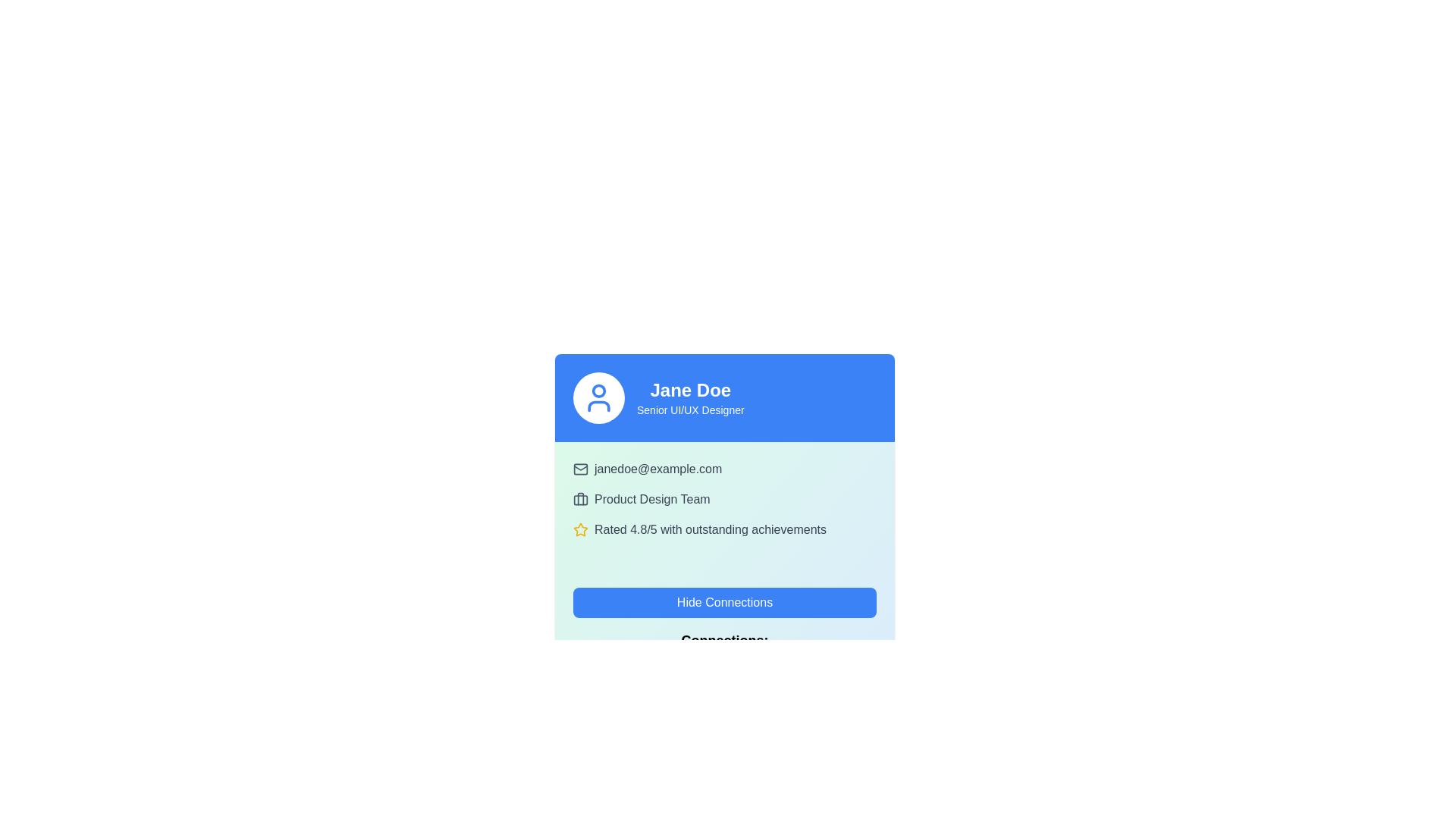 This screenshot has width=1456, height=819. I want to click on the 'Connections:' label, which is a bold text element positioned beneath the 'Hide Connections' button and serves as a heading for user details, so click(723, 640).